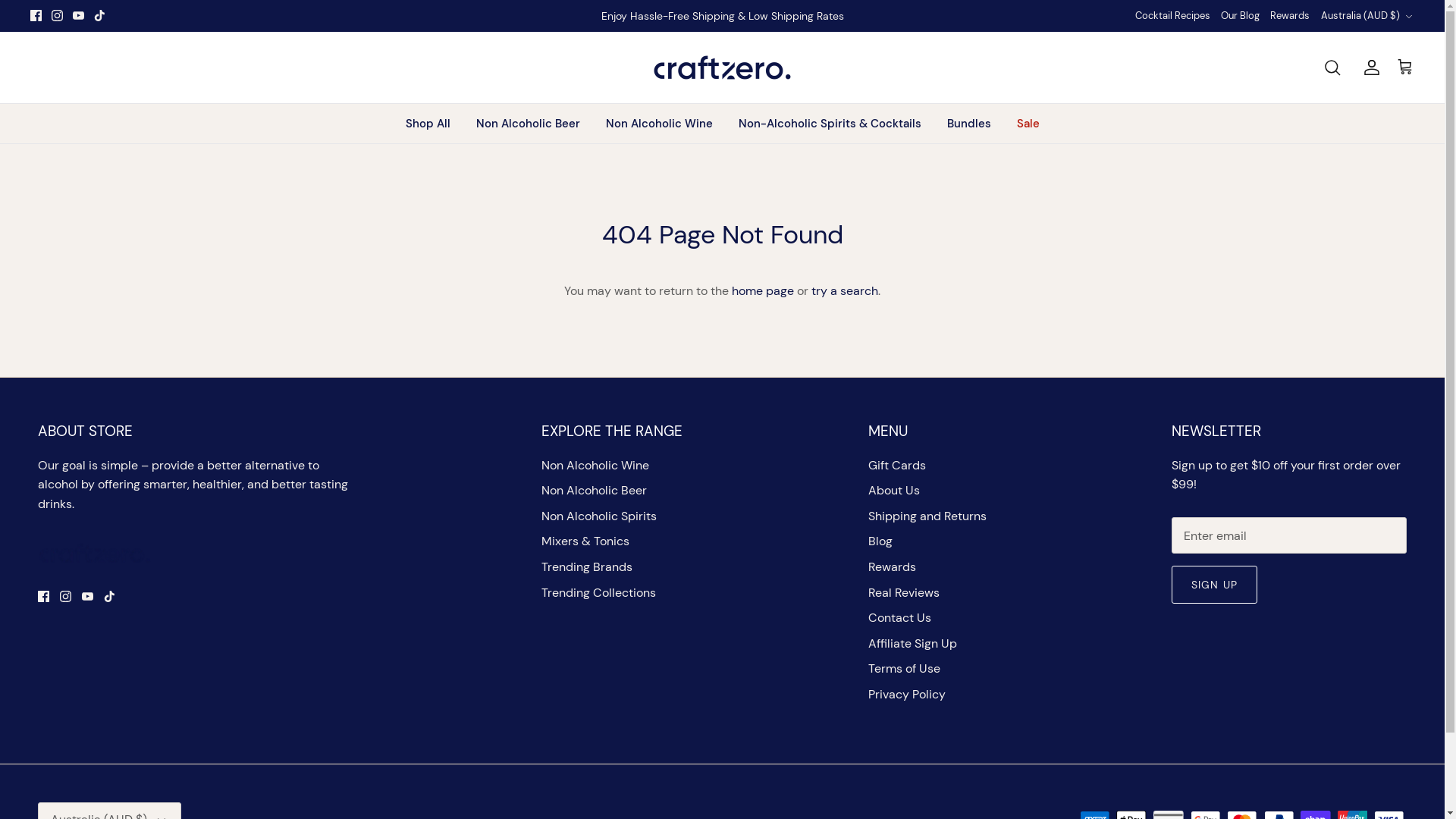 The image size is (1456, 819). Describe the element at coordinates (598, 591) in the screenshot. I see `'Trending Collections'` at that location.